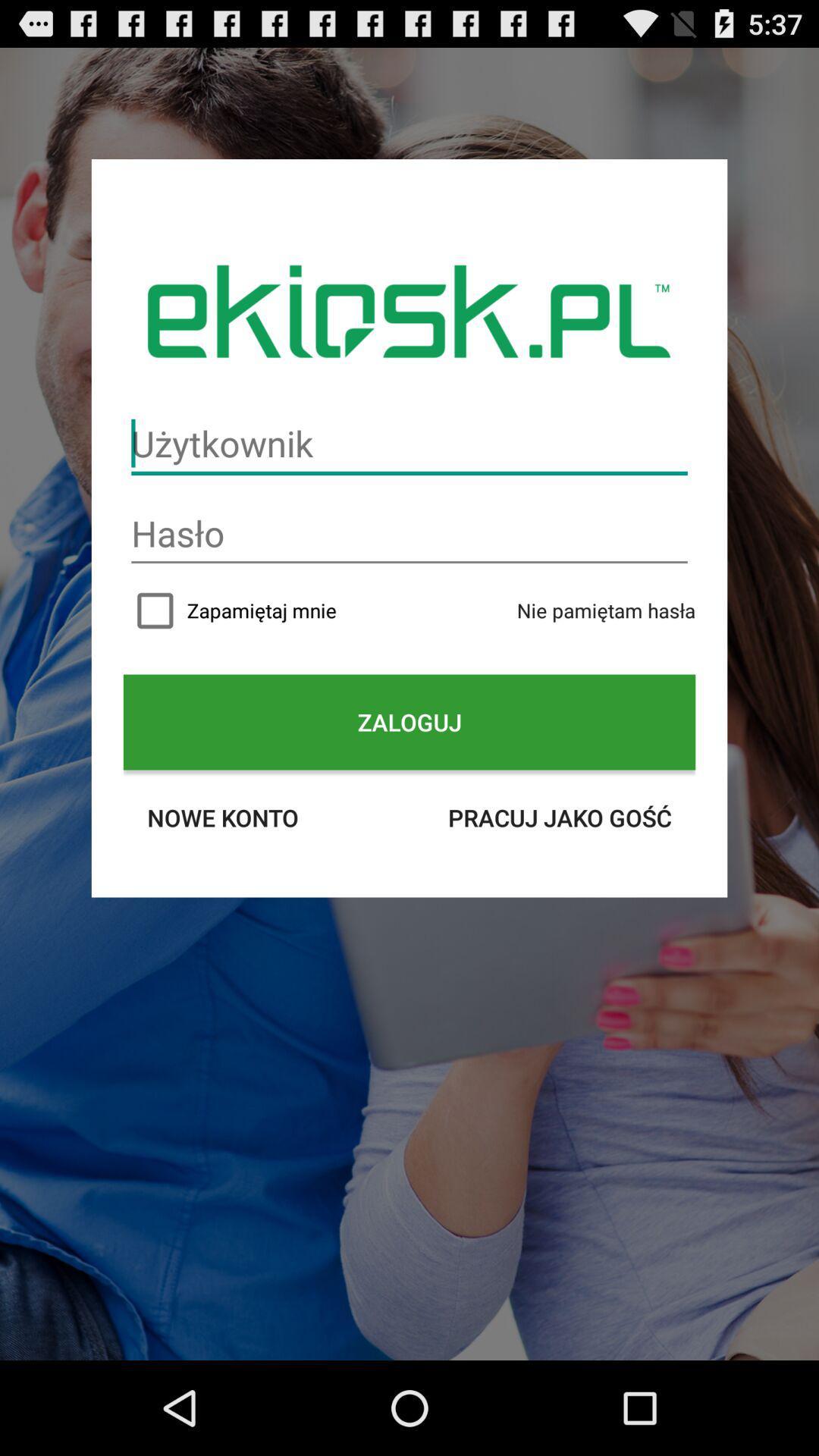  I want to click on icon below zaloguj item, so click(560, 817).